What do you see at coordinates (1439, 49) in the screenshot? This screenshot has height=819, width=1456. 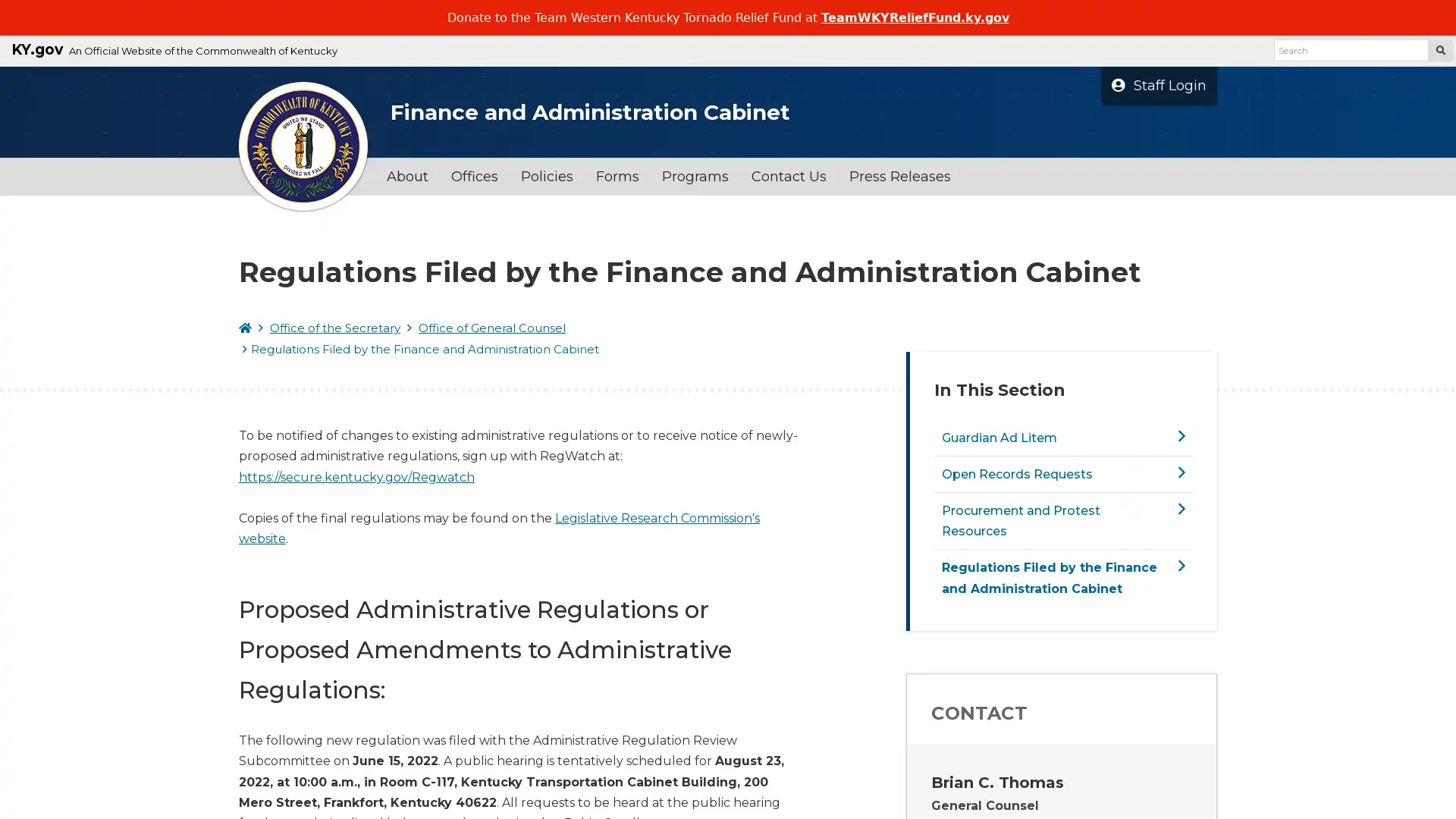 I see `Search` at bounding box center [1439, 49].